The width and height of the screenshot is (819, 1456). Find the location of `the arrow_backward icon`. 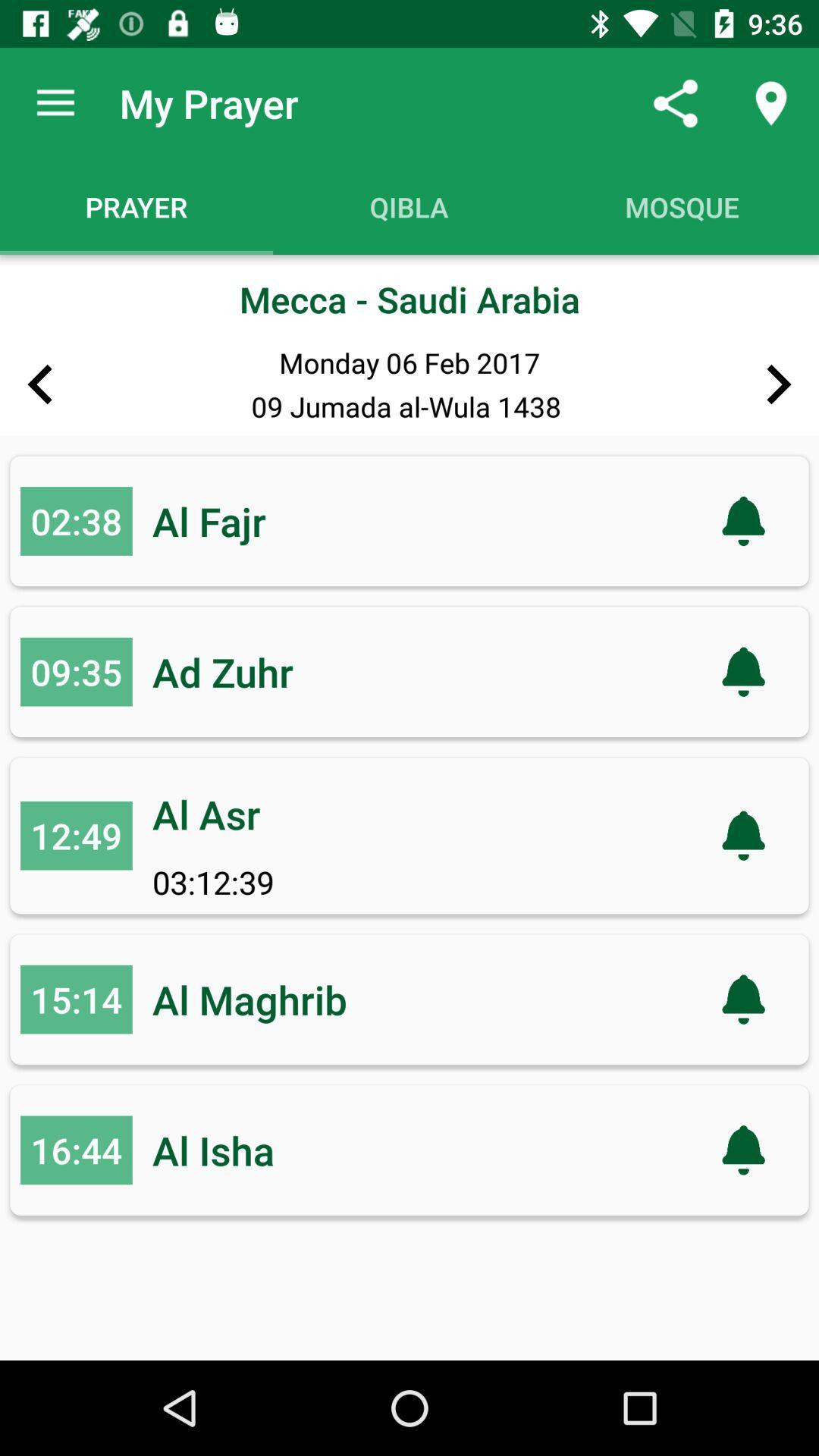

the arrow_backward icon is located at coordinates (39, 384).